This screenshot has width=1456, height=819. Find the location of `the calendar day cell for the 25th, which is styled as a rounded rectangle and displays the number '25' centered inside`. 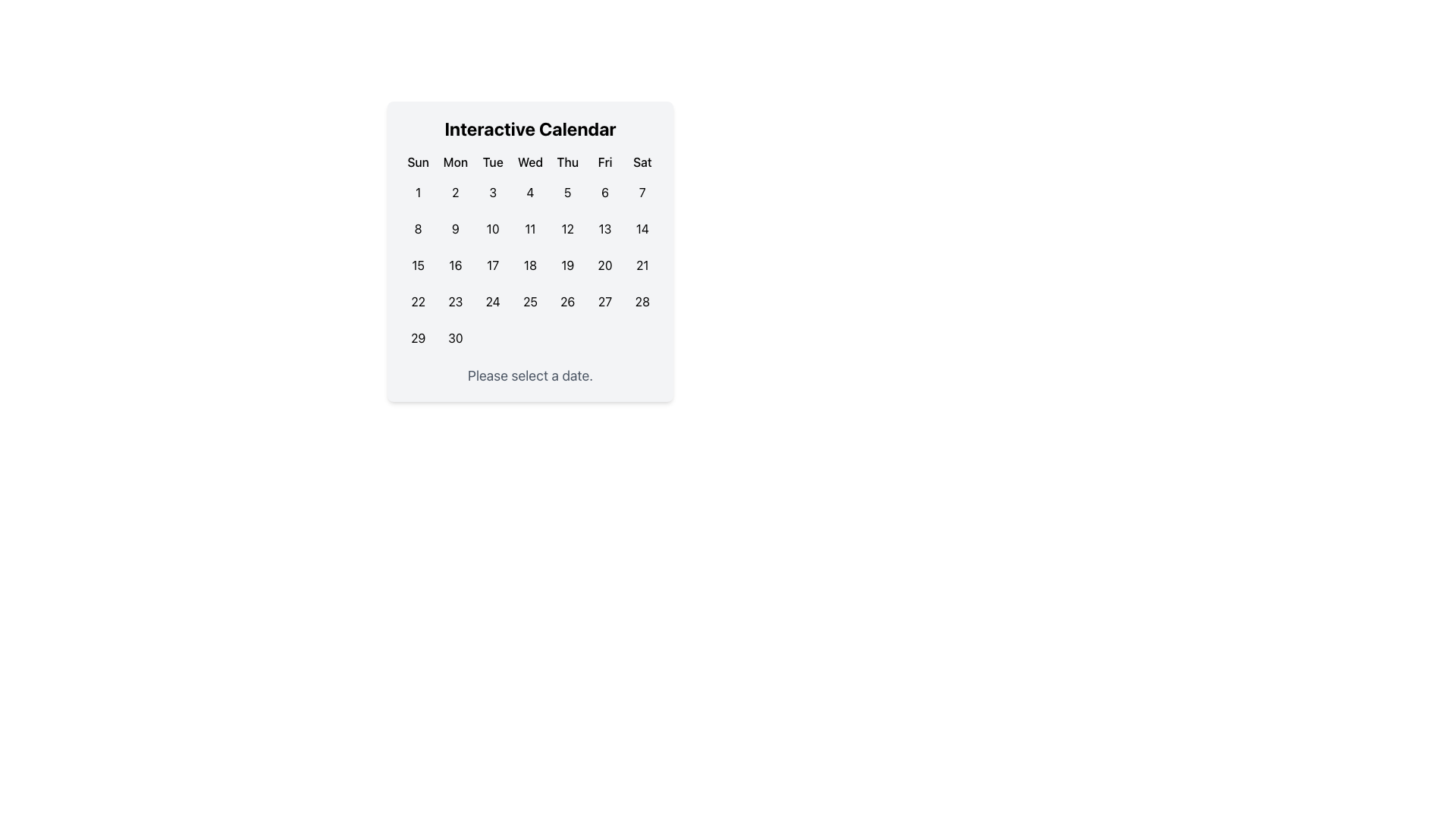

the calendar day cell for the 25th, which is styled as a rounded rectangle and displays the number '25' centered inside is located at coordinates (530, 301).